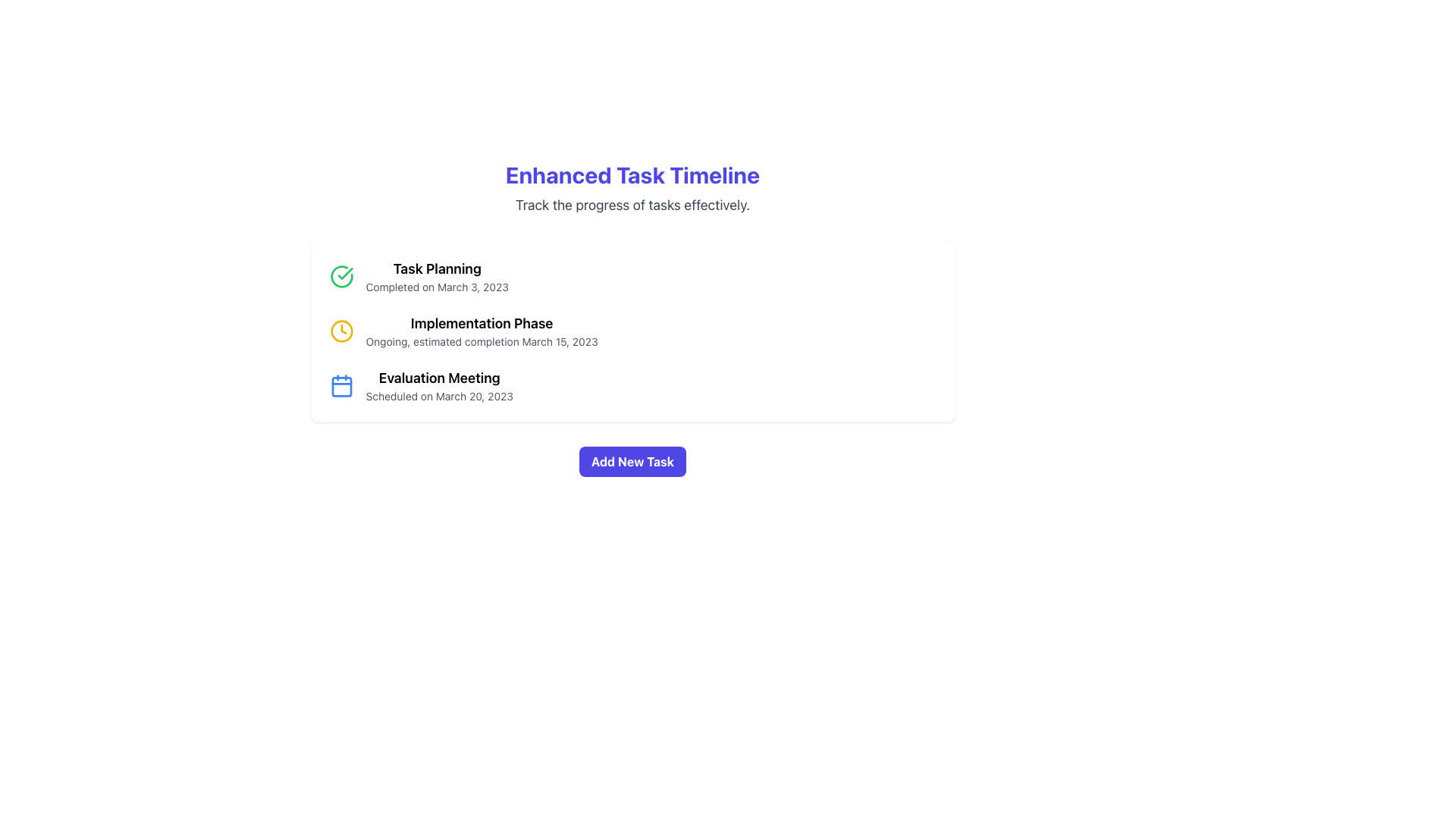 The image size is (1456, 819). What do you see at coordinates (340, 385) in the screenshot?
I see `the icon representing the scheduled meeting for the 'Evaluation Meeting' task, located to the left of the text 'Evaluation Meeting' and 'Scheduled on March 20, 2023'` at bounding box center [340, 385].